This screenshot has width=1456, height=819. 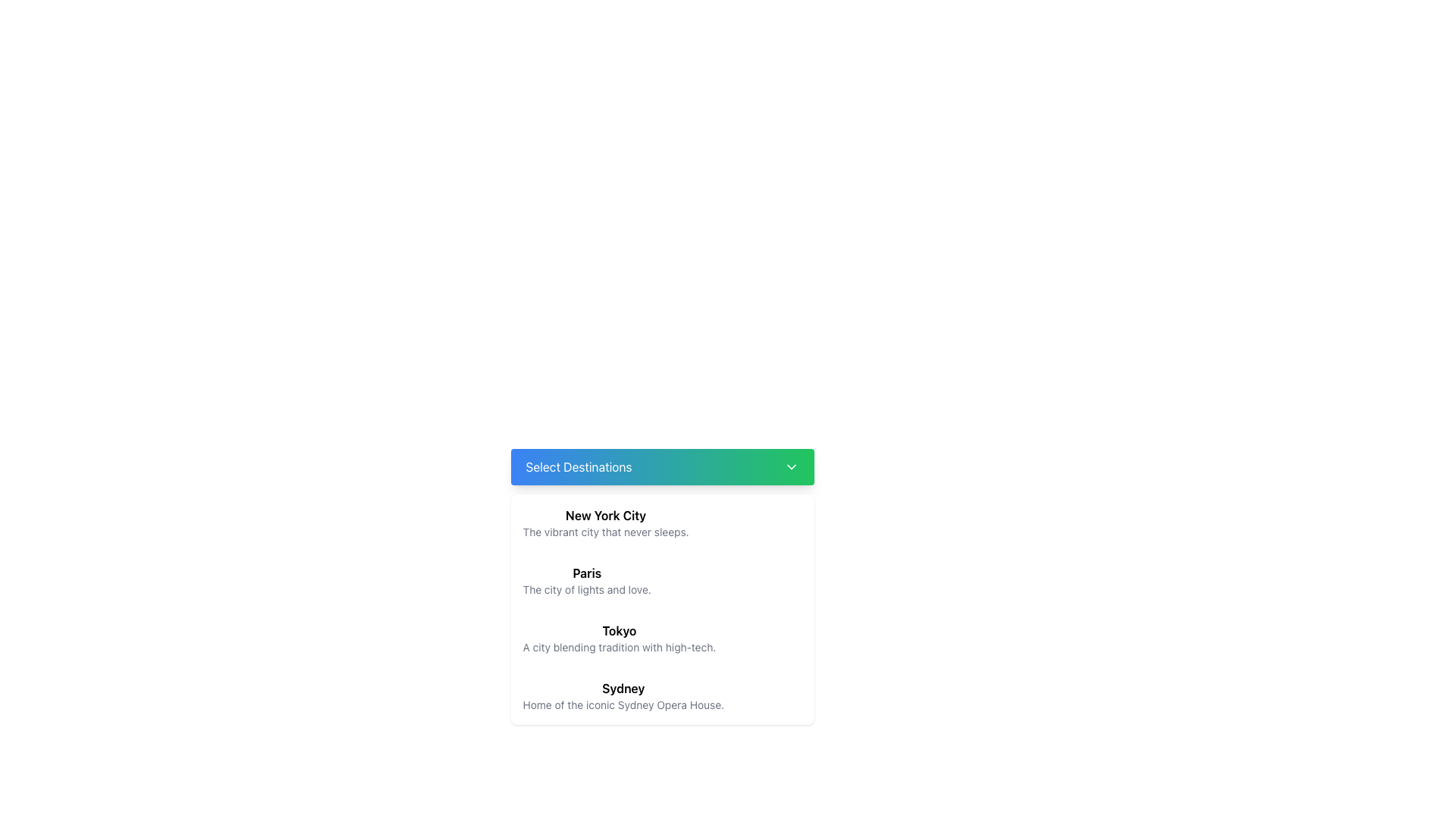 I want to click on the 'Paris' option in the dropdown menu, which is the second item listed under 'New York City' and above 'Tokyo', so click(x=662, y=580).